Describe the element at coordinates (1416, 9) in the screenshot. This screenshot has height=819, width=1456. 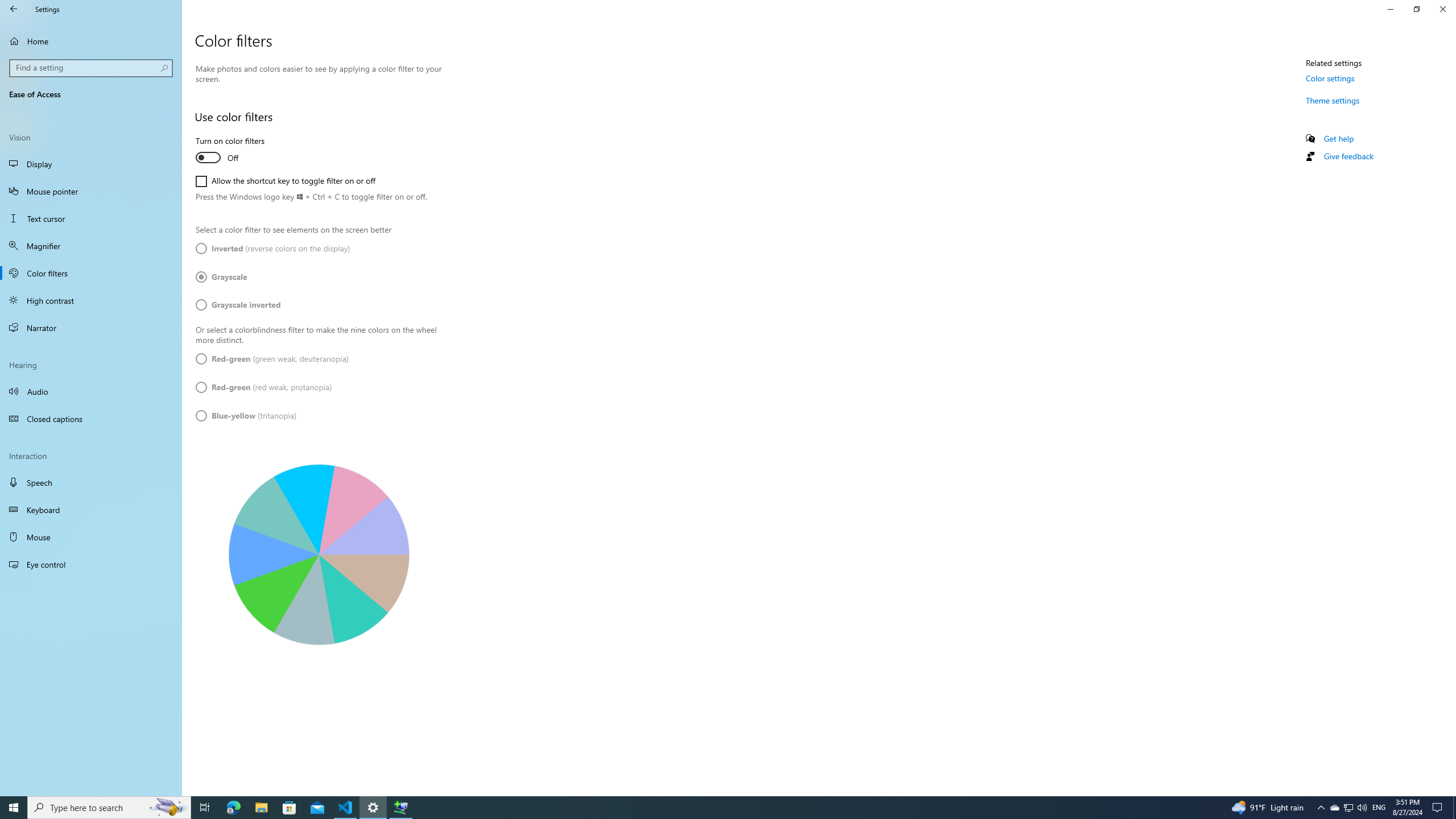
I see `'Restore Settings'` at that location.